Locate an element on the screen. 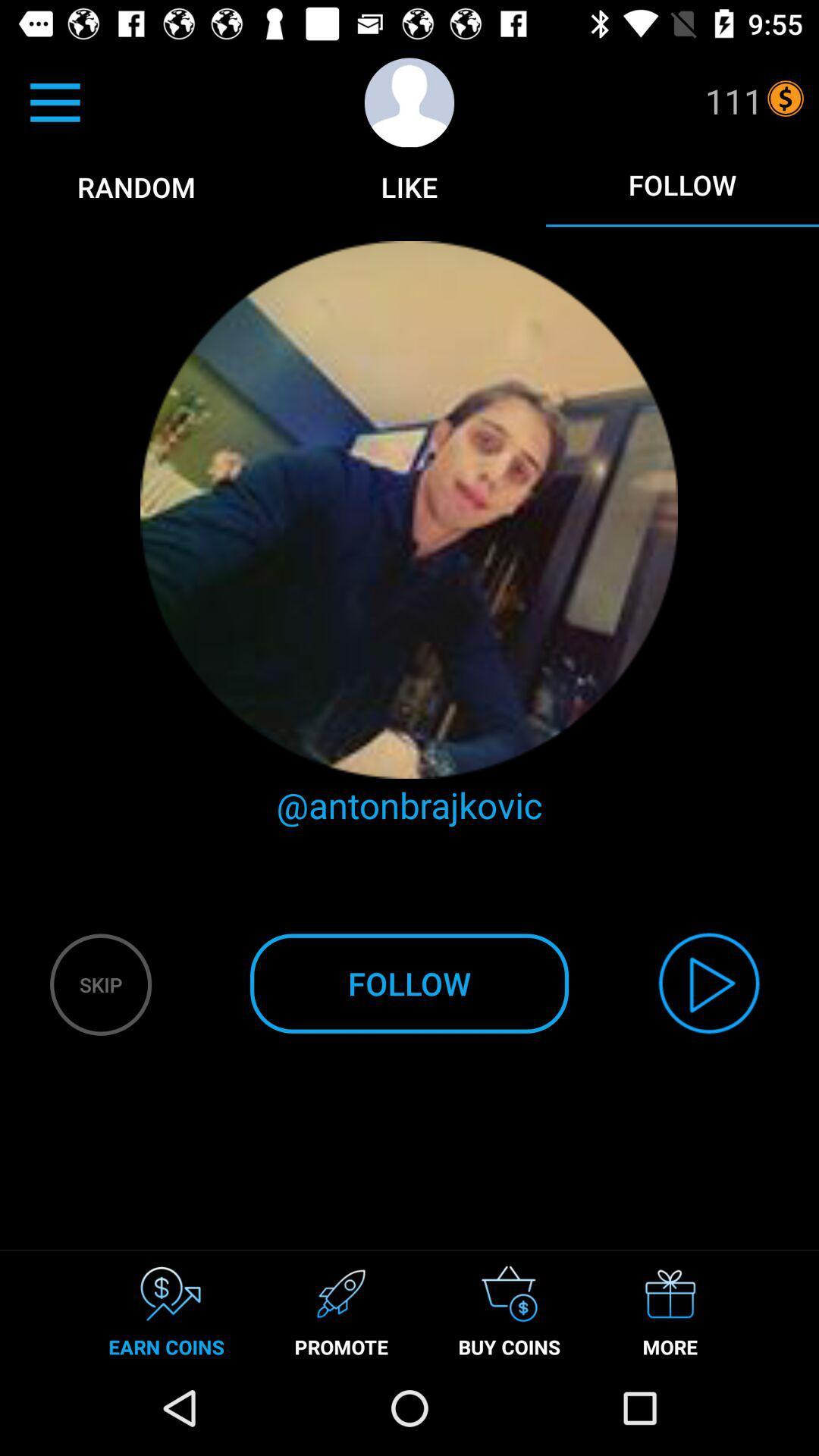  the picture is located at coordinates (409, 510).